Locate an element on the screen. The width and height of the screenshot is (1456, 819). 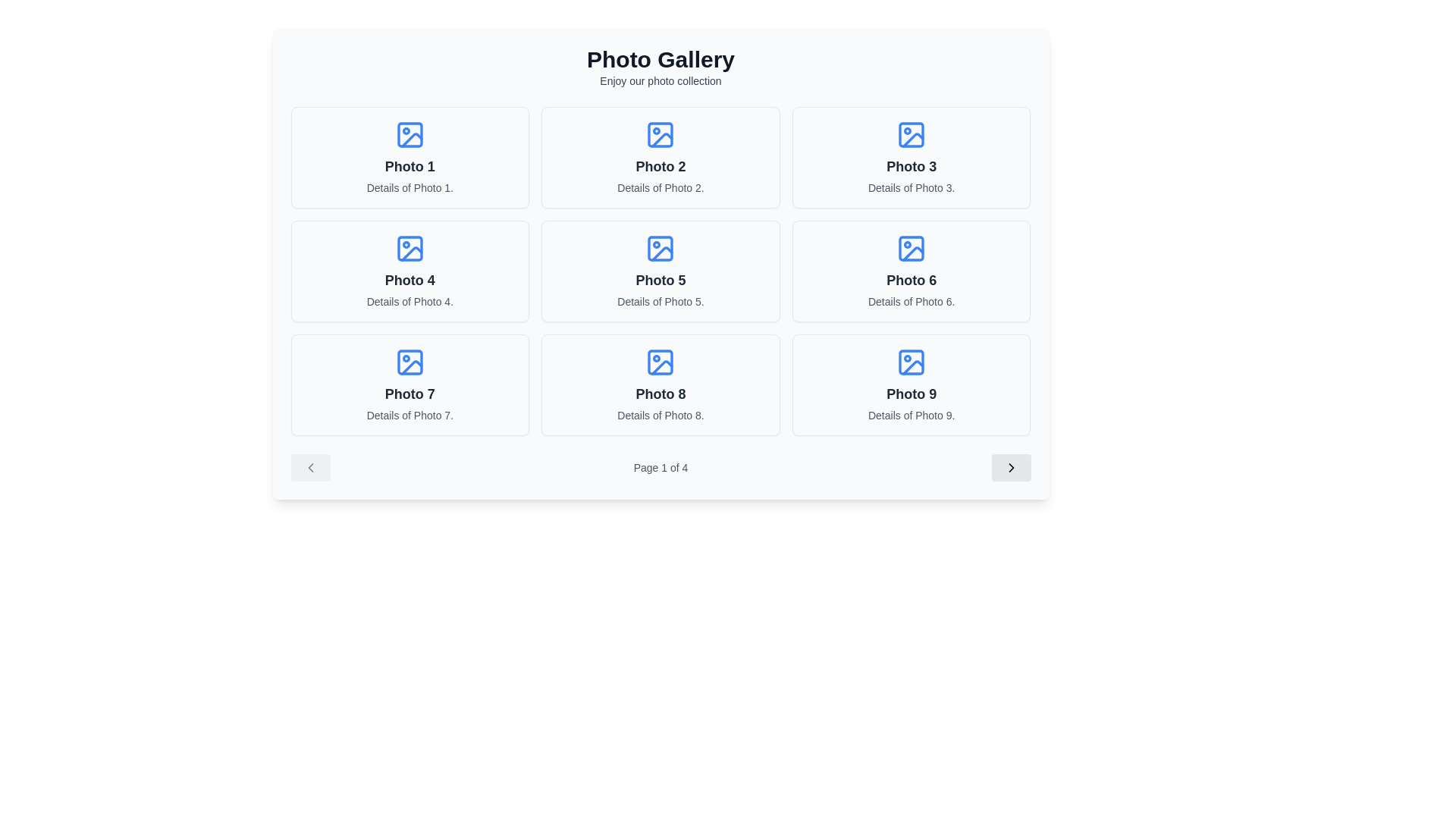
the text label that reads 'Details of Photo 2.', which is styled in small gray font and located underneath the title 'Photo 2' within the second card of a 3x3 grid layout is located at coordinates (661, 187).